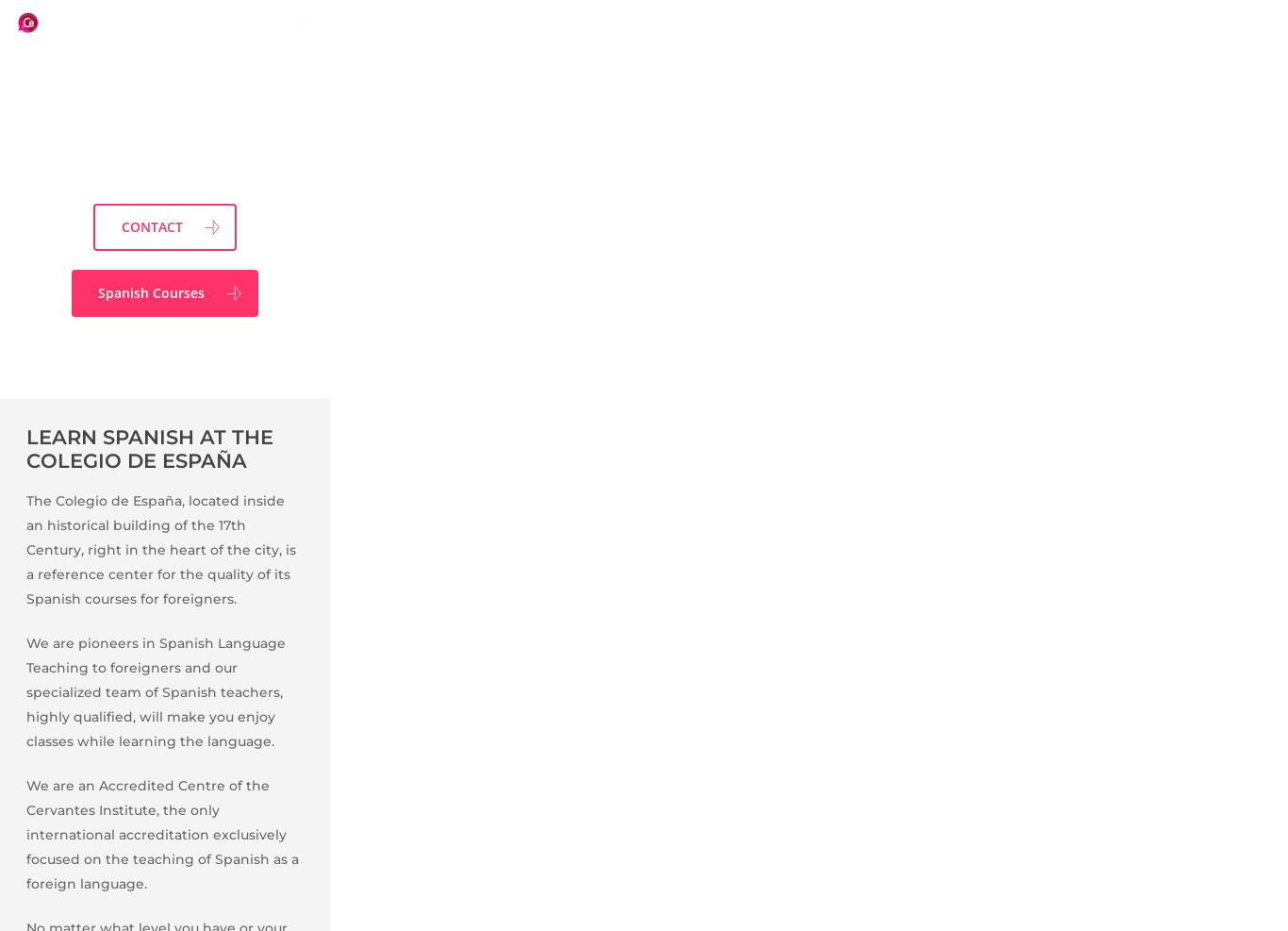 The image size is (1288, 931). I want to click on 'PRICES AND DATES', so click(223, 808).